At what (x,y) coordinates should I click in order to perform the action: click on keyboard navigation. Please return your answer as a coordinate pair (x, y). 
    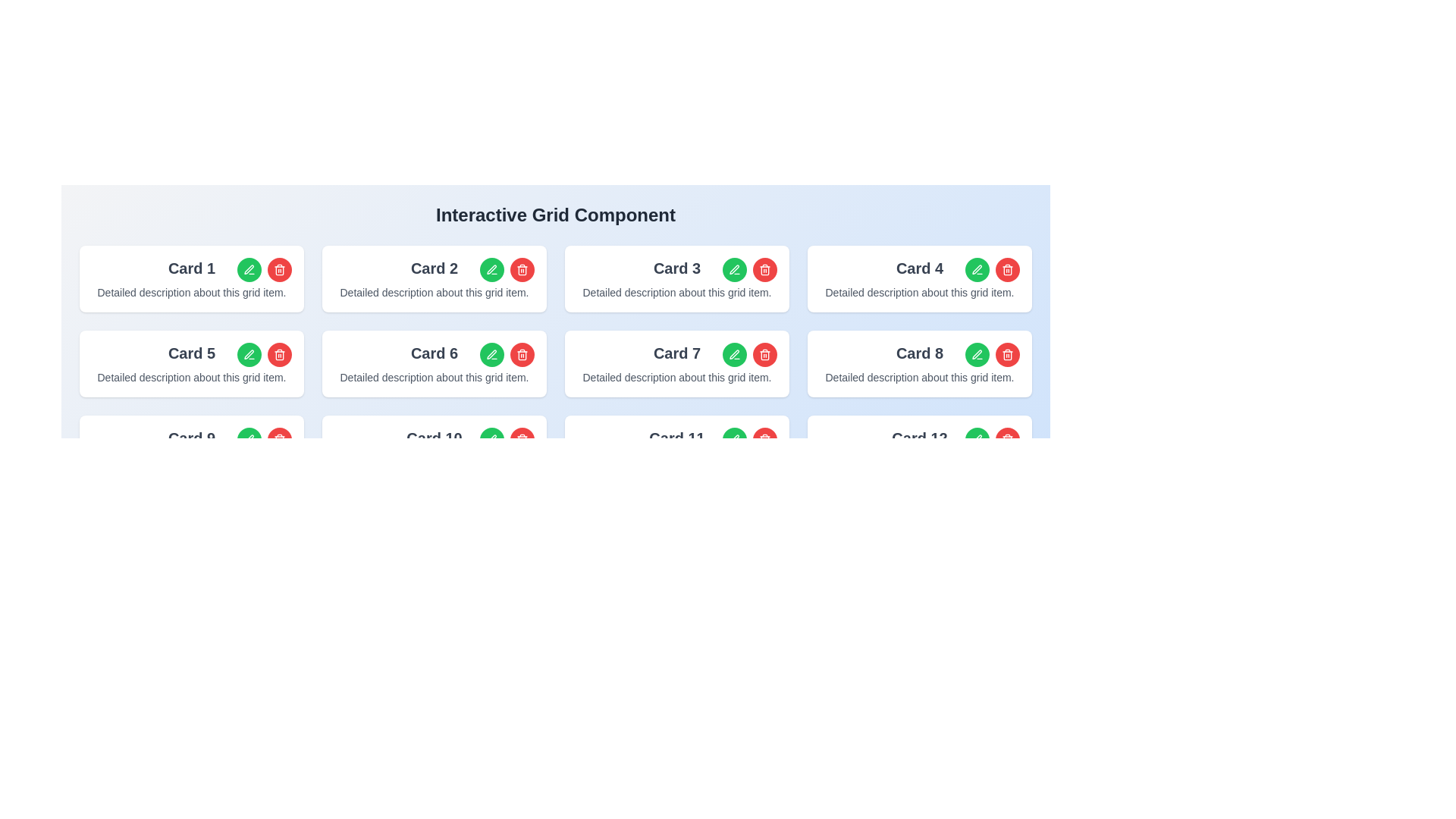
    Looking at the image, I should click on (191, 447).